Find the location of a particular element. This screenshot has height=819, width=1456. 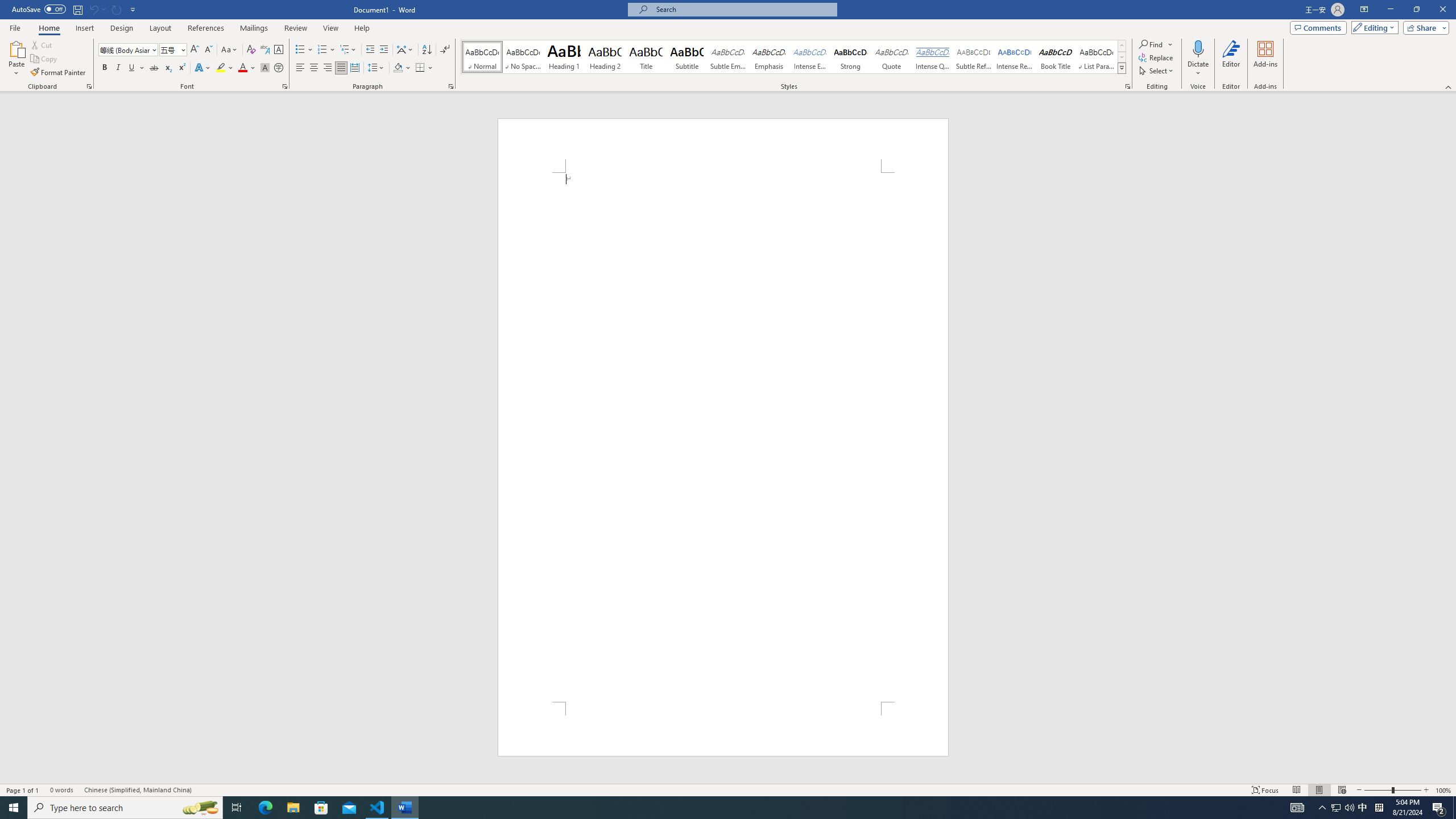

'Emphasis' is located at coordinates (768, 56).